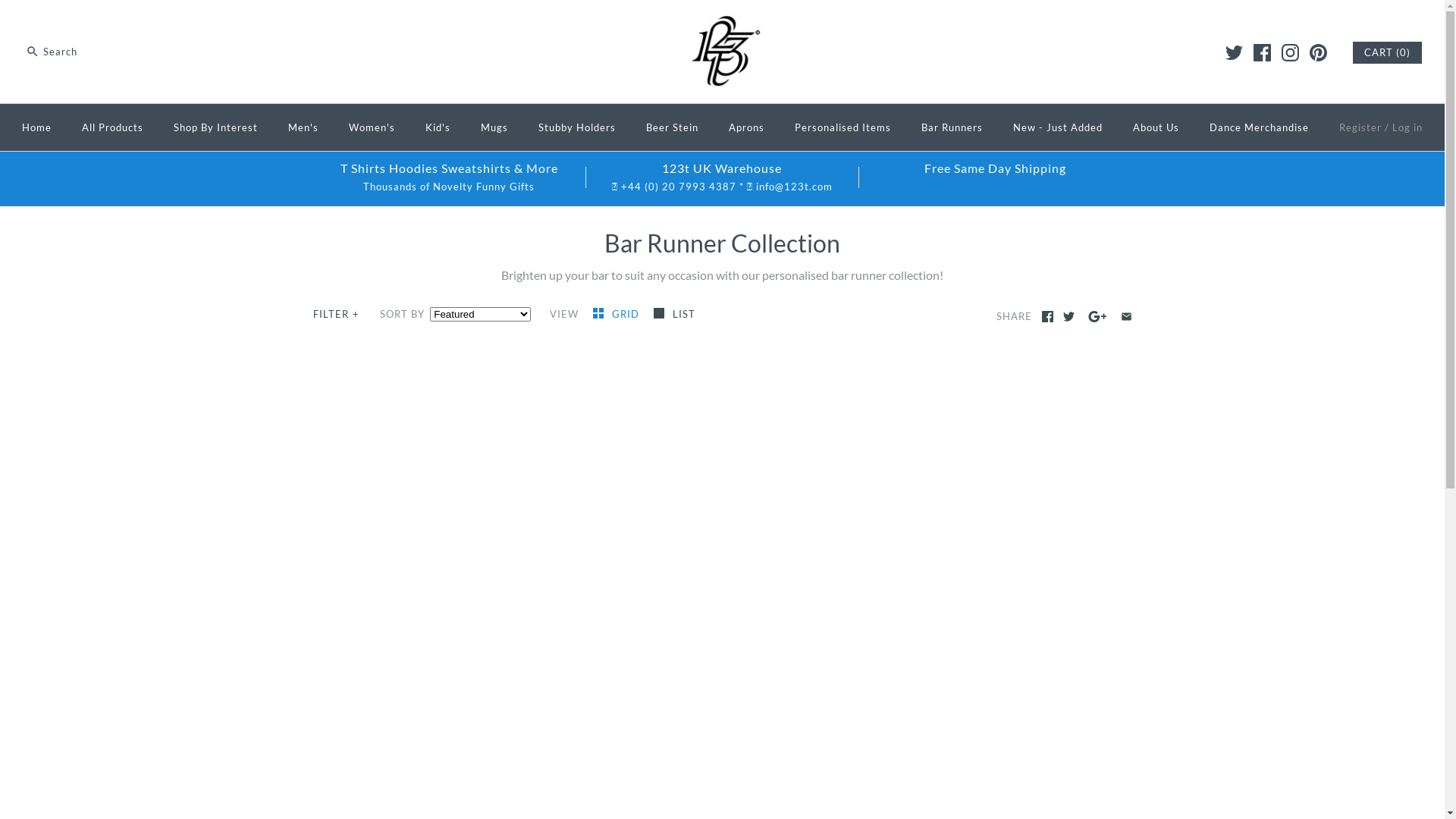 Image resolution: width=1456 pixels, height=819 pixels. I want to click on 'Facebook', so click(1040, 315).